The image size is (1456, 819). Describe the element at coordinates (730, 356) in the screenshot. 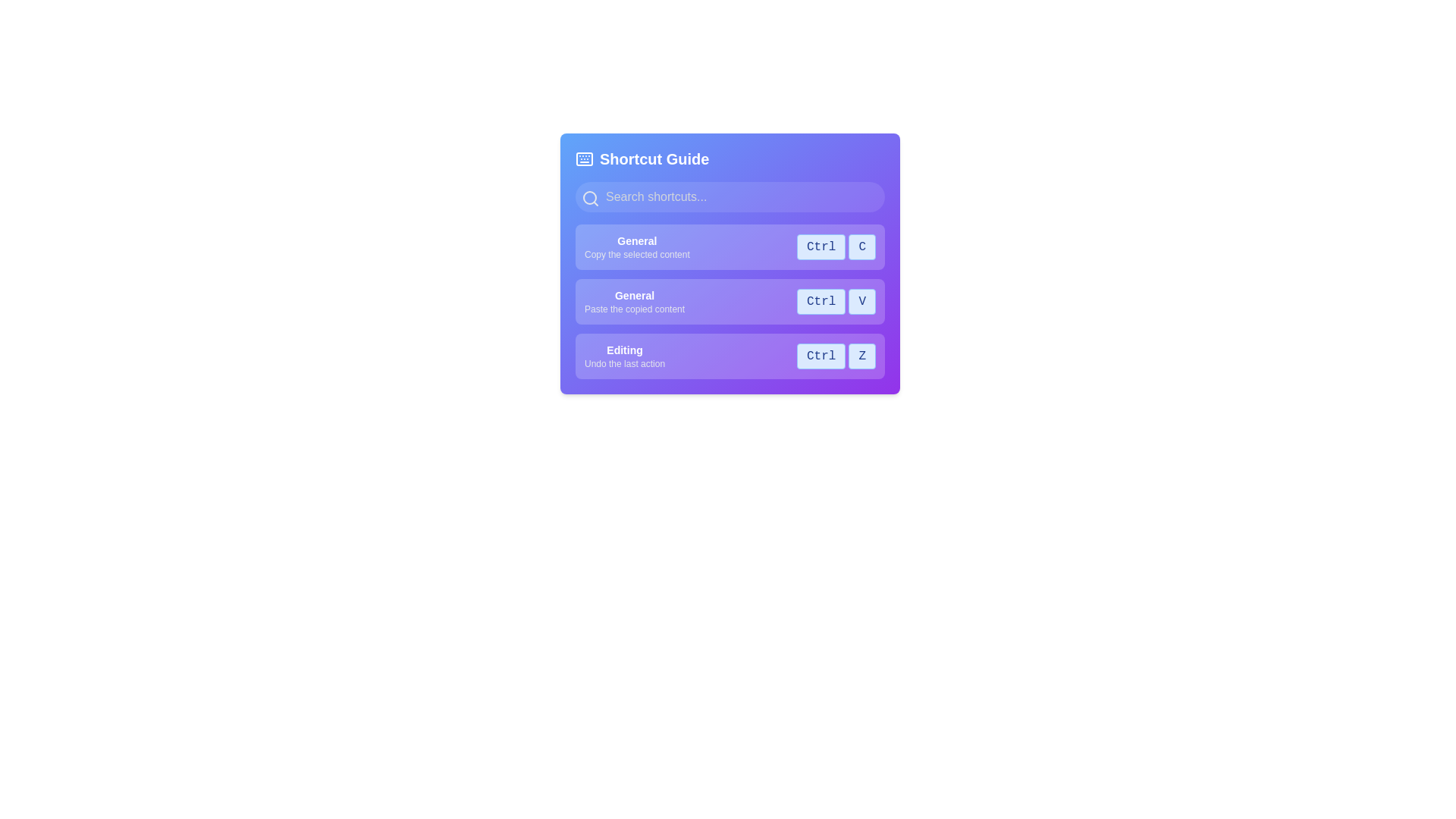

I see `the 'Ctrl' button` at that location.